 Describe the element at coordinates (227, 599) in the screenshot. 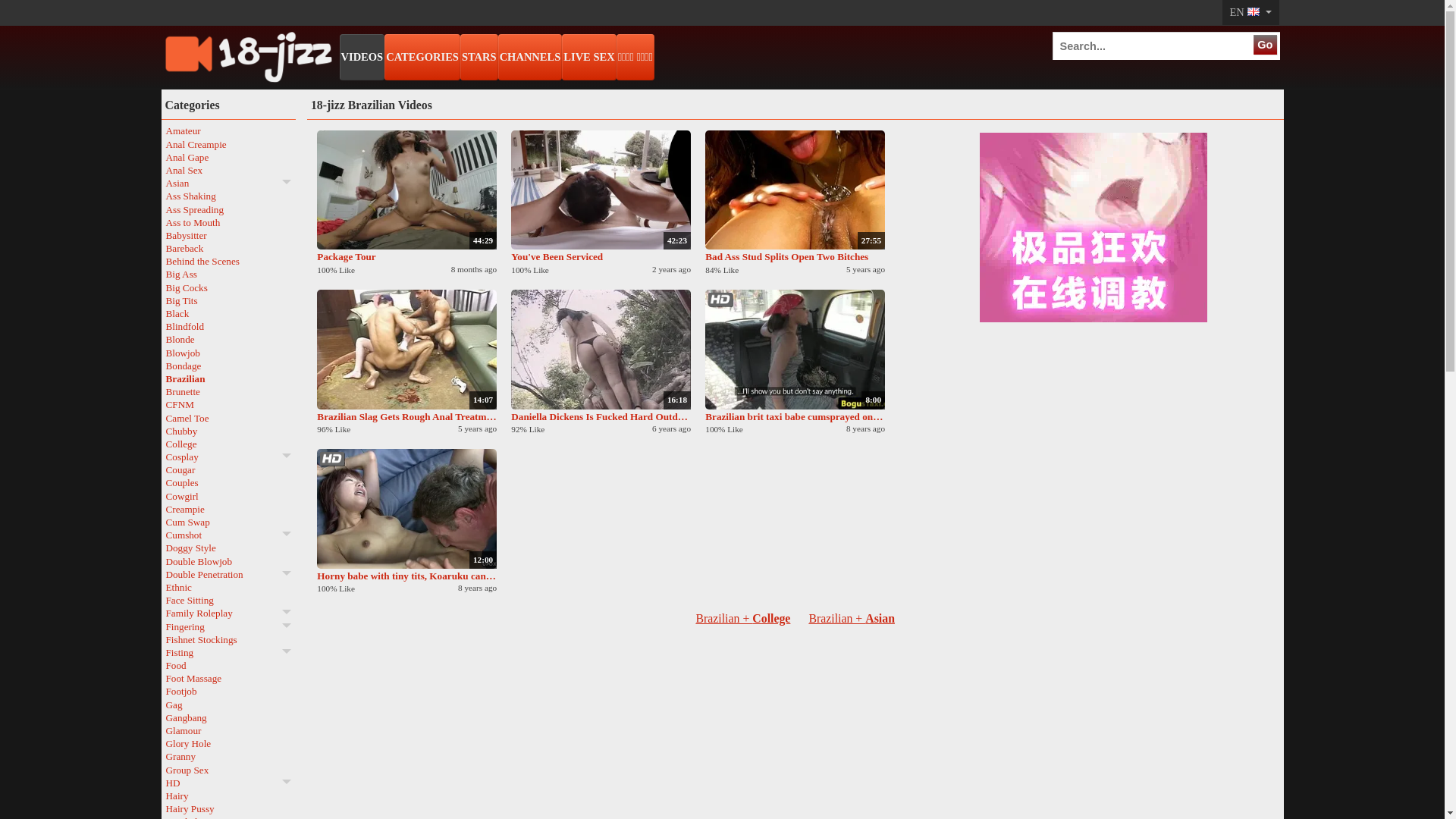

I see `'Face Sitting'` at that location.